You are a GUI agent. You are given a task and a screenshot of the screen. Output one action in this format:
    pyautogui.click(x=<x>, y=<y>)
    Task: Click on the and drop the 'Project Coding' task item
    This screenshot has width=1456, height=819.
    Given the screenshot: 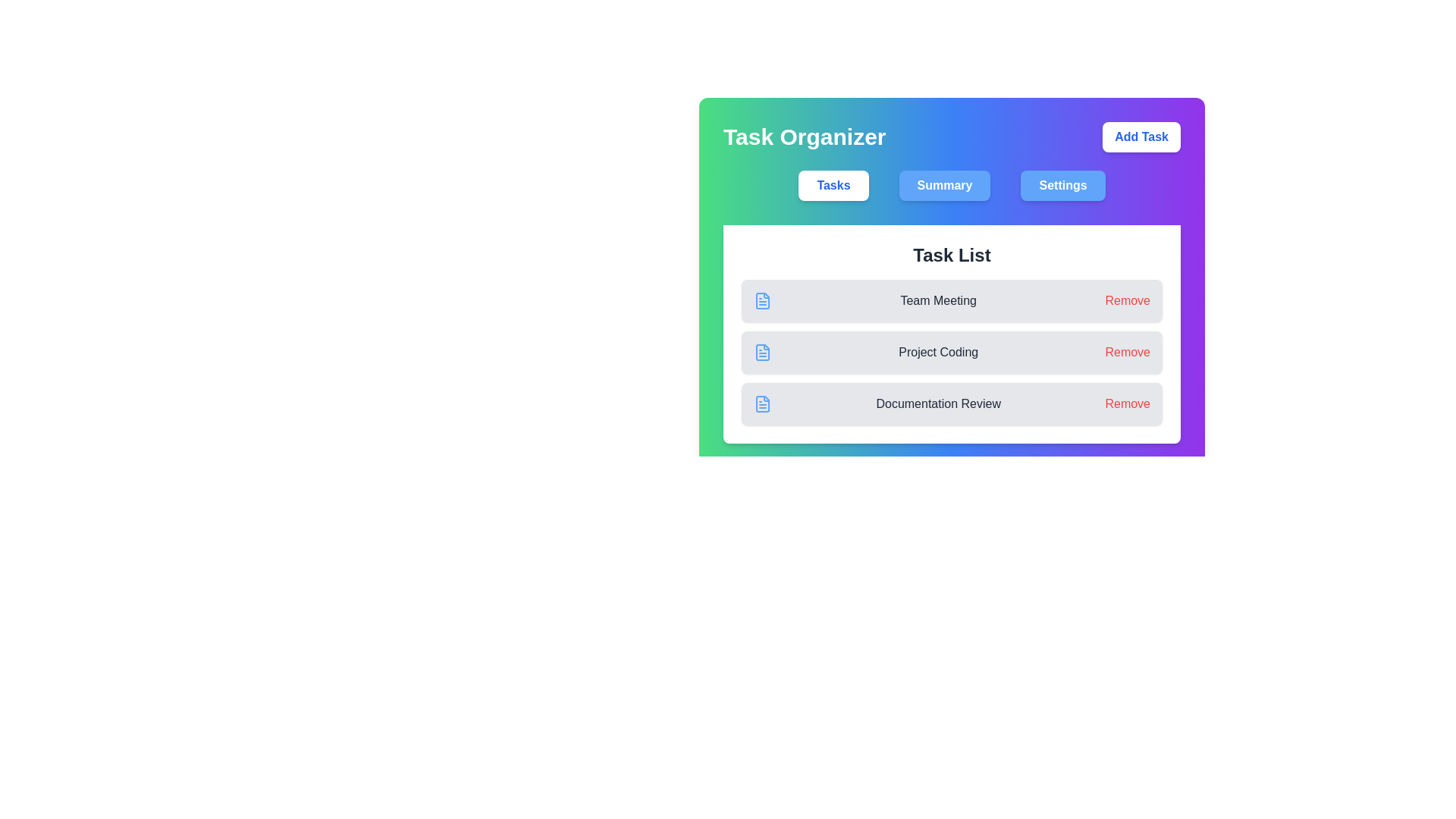 What is the action you would take?
    pyautogui.click(x=951, y=333)
    